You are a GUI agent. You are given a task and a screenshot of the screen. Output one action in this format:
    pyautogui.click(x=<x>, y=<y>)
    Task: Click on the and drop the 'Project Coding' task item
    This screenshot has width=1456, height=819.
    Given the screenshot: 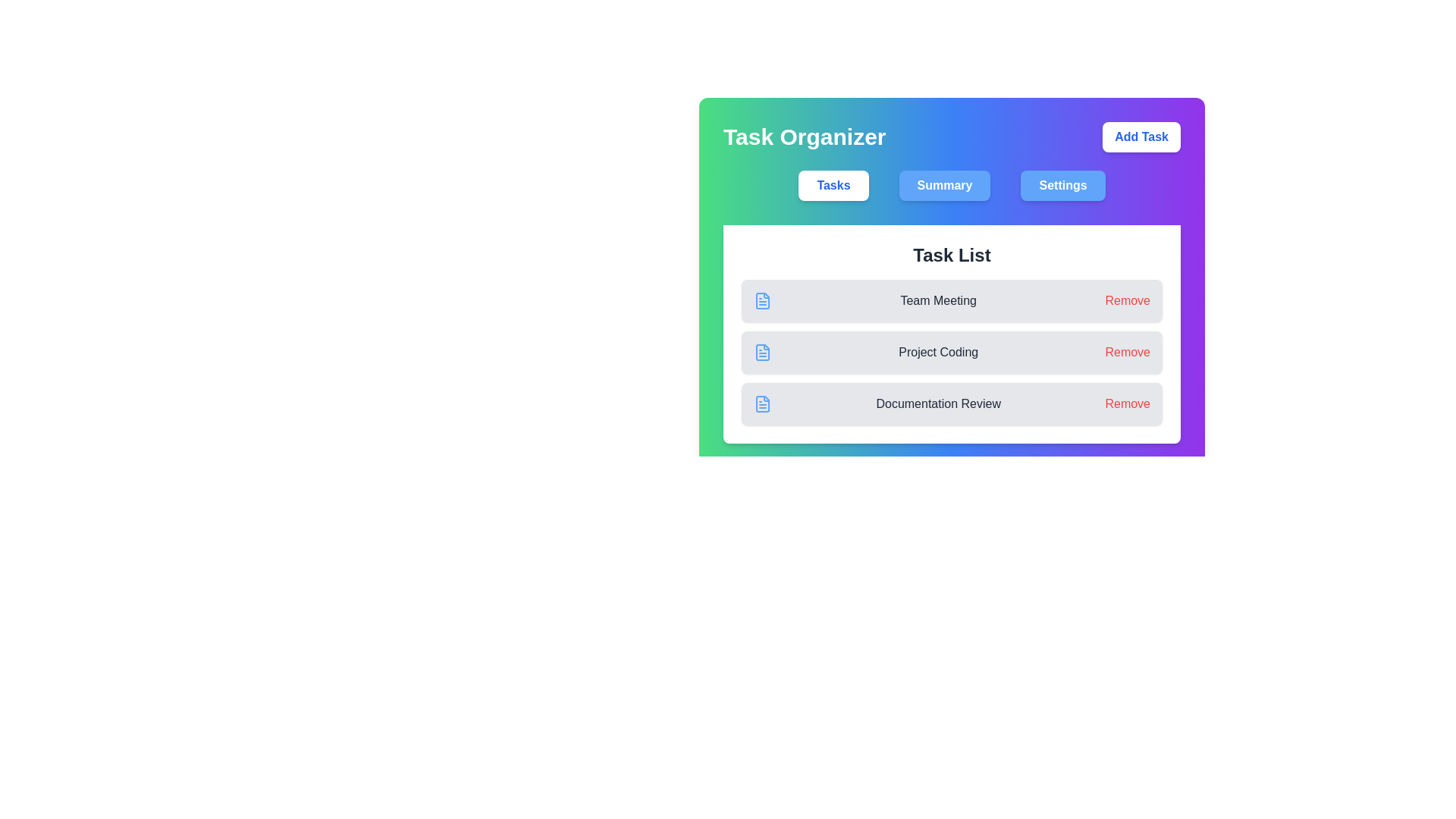 What is the action you would take?
    pyautogui.click(x=951, y=333)
    